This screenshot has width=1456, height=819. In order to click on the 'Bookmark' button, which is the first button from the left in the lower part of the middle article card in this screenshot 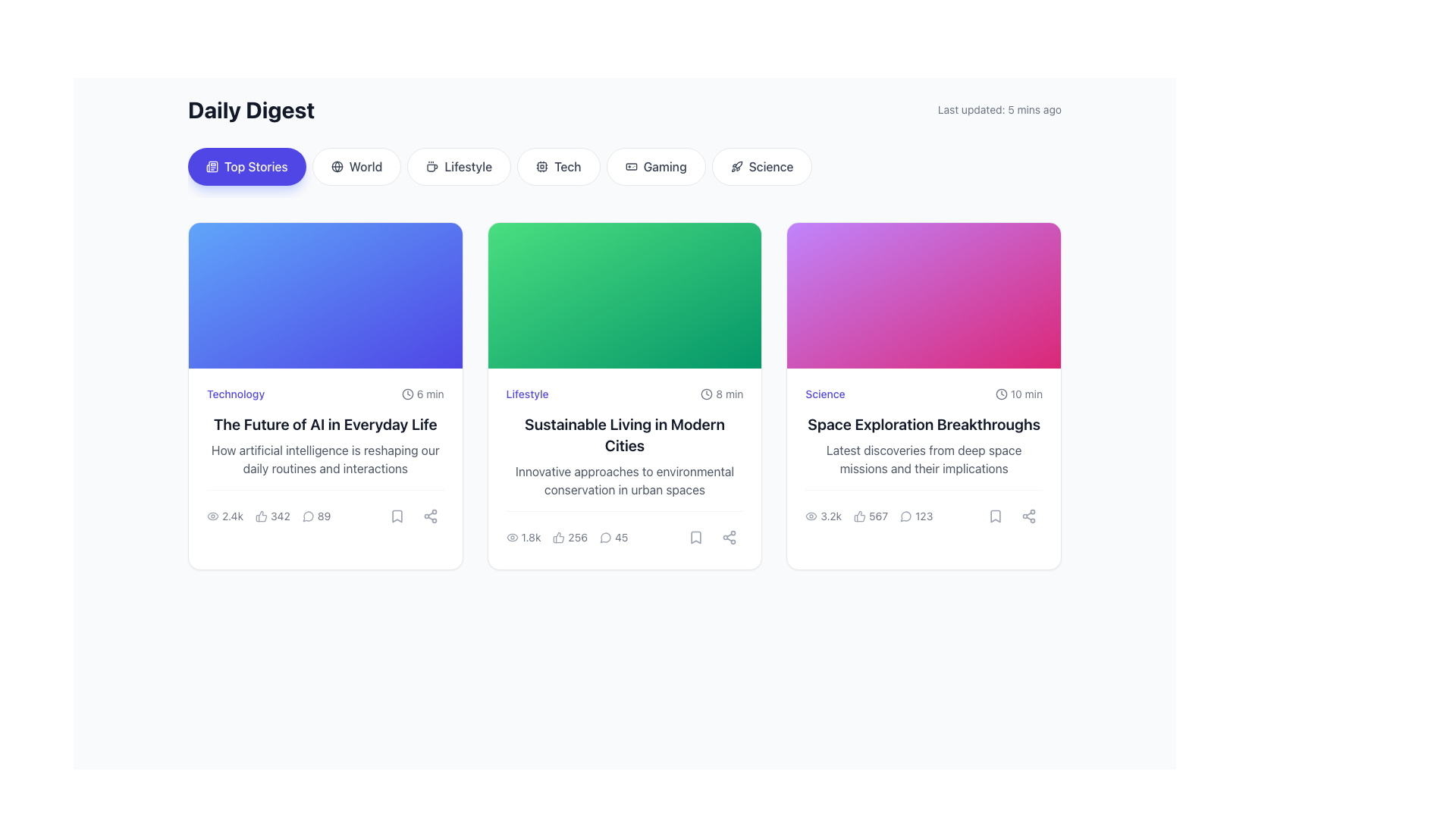, I will do `click(695, 537)`.